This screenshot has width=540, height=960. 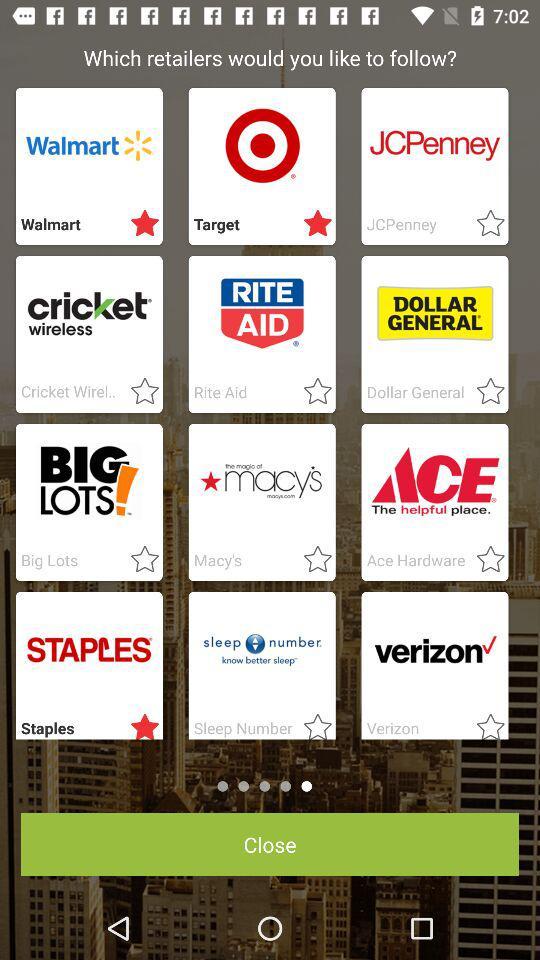 I want to click on starred, so click(x=312, y=722).